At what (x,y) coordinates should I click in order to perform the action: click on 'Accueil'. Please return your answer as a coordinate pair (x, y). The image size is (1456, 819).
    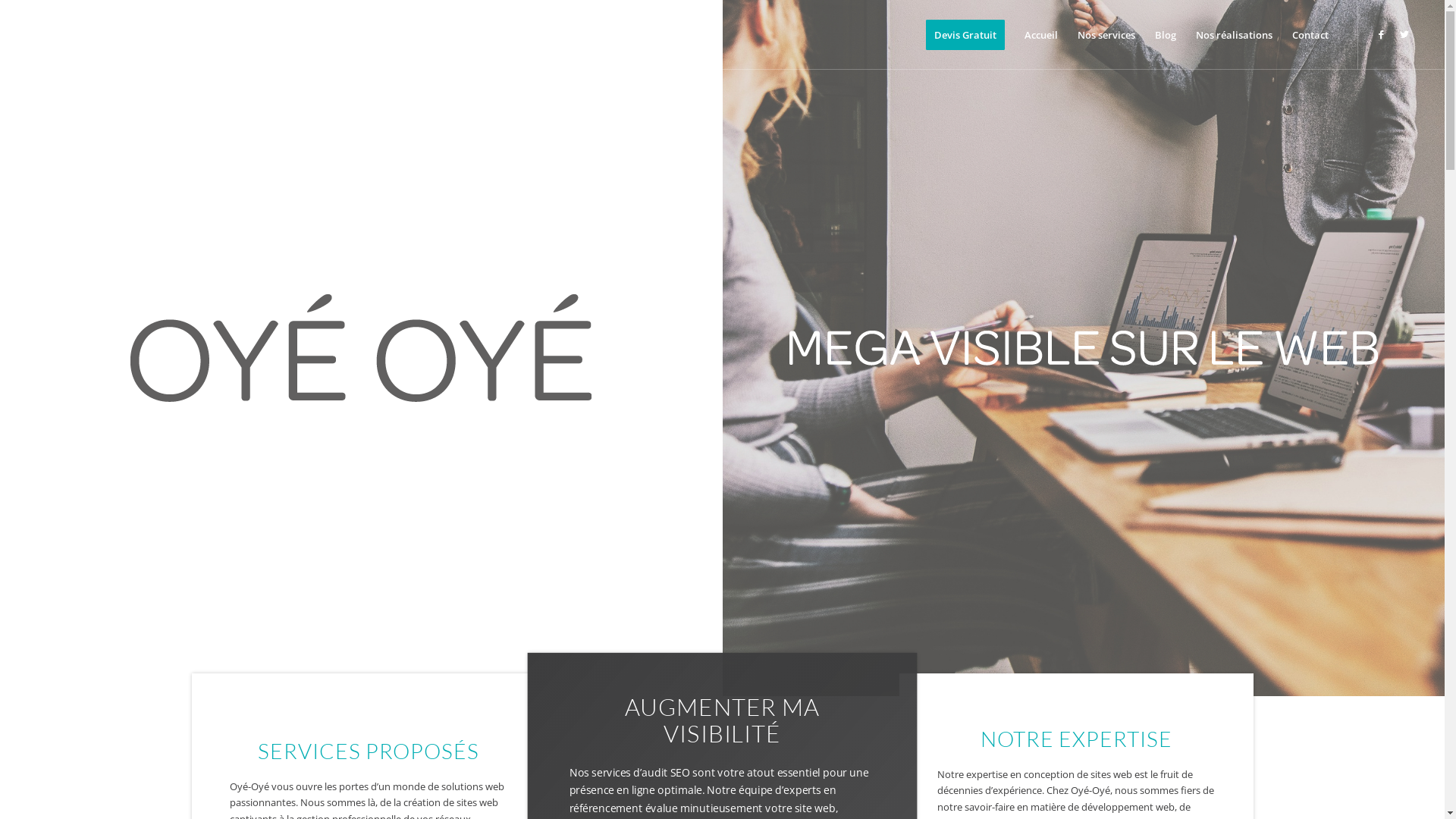
    Looking at the image, I should click on (1040, 34).